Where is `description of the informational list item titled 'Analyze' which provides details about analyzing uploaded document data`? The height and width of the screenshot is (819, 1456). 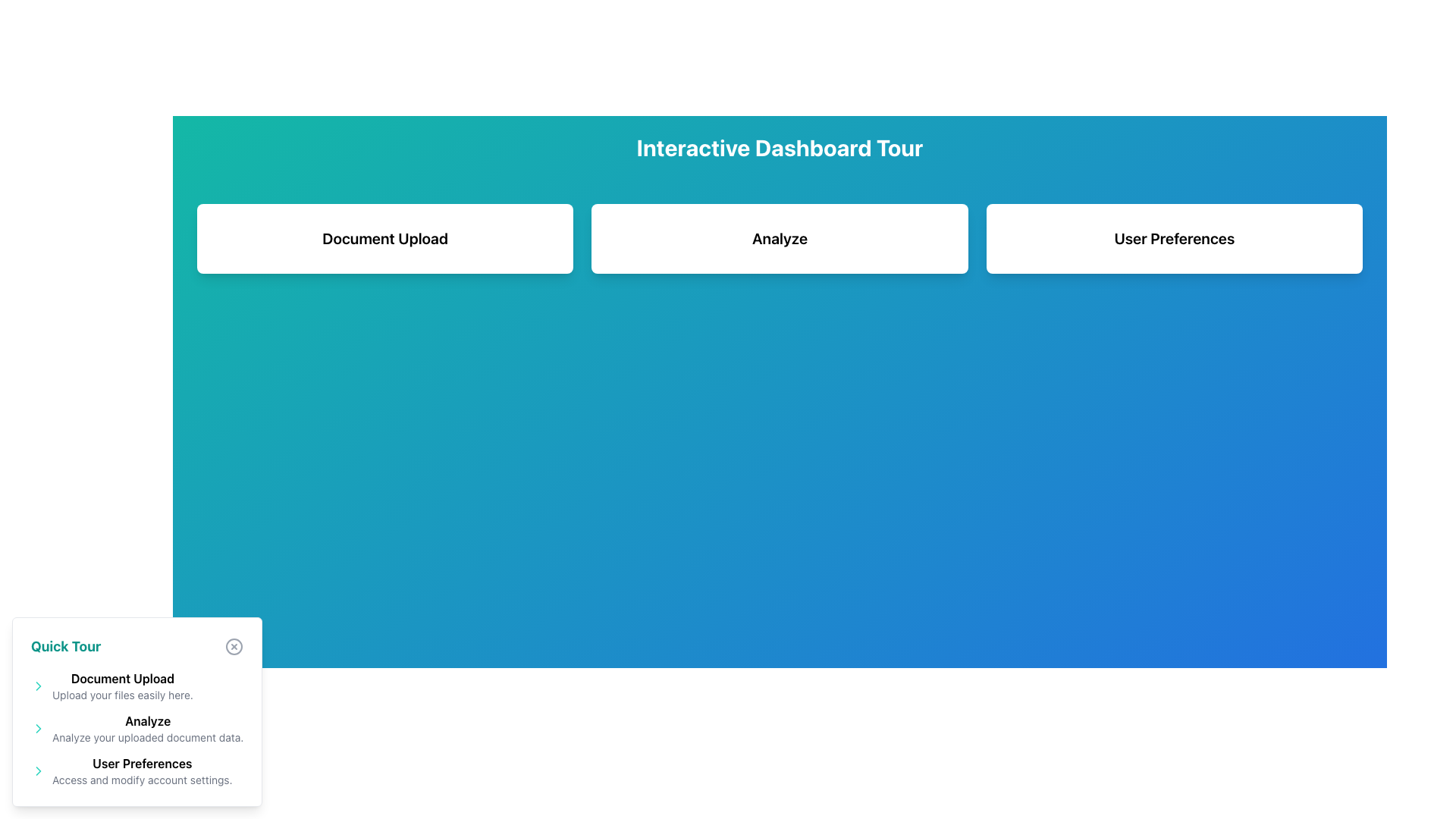
description of the informational list item titled 'Analyze' which provides details about analyzing uploaded document data is located at coordinates (137, 727).